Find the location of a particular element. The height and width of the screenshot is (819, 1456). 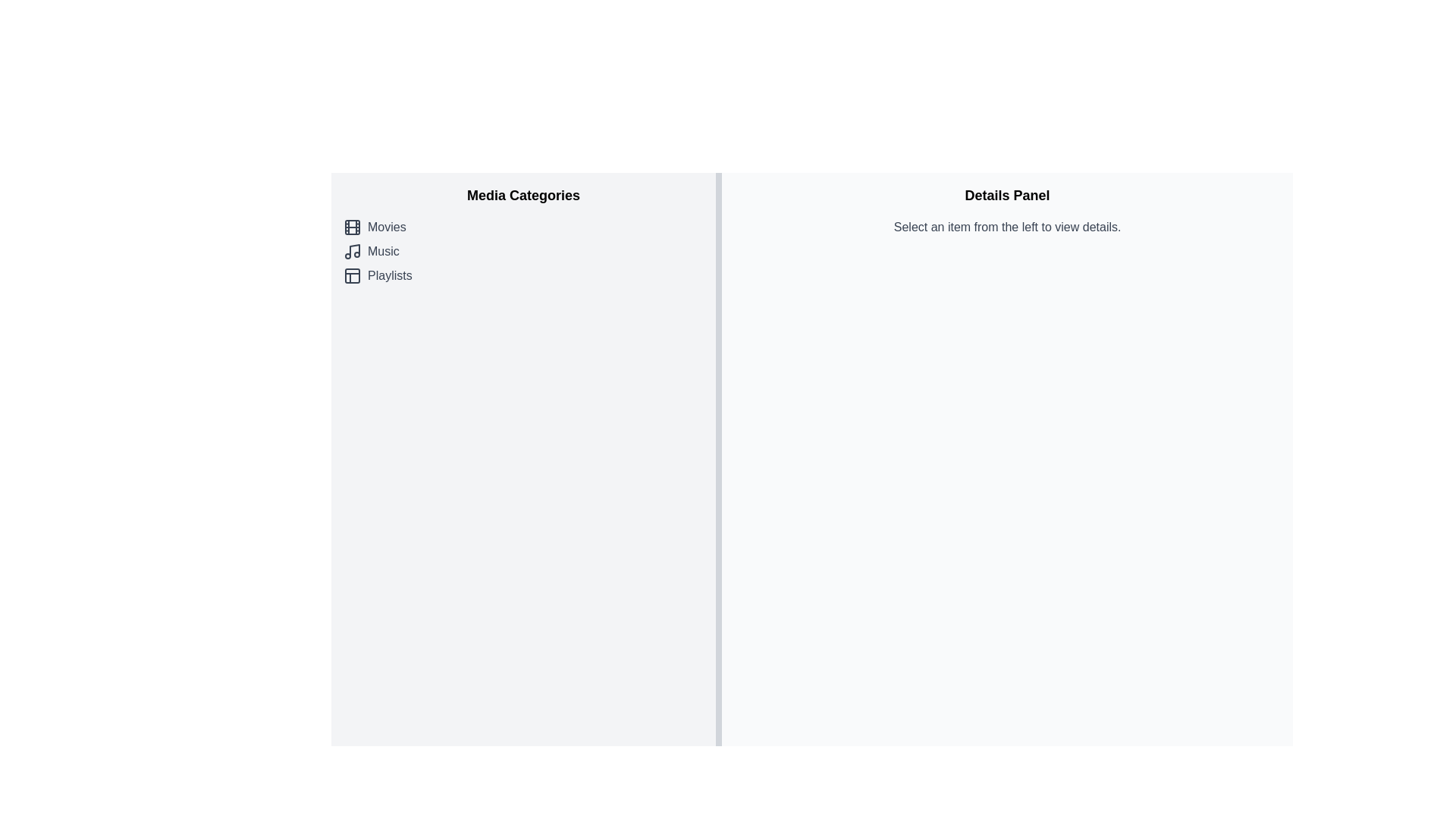

the Decorative SVG Component that represents the filmstrip within the 'Movies' icon is located at coordinates (352, 227).